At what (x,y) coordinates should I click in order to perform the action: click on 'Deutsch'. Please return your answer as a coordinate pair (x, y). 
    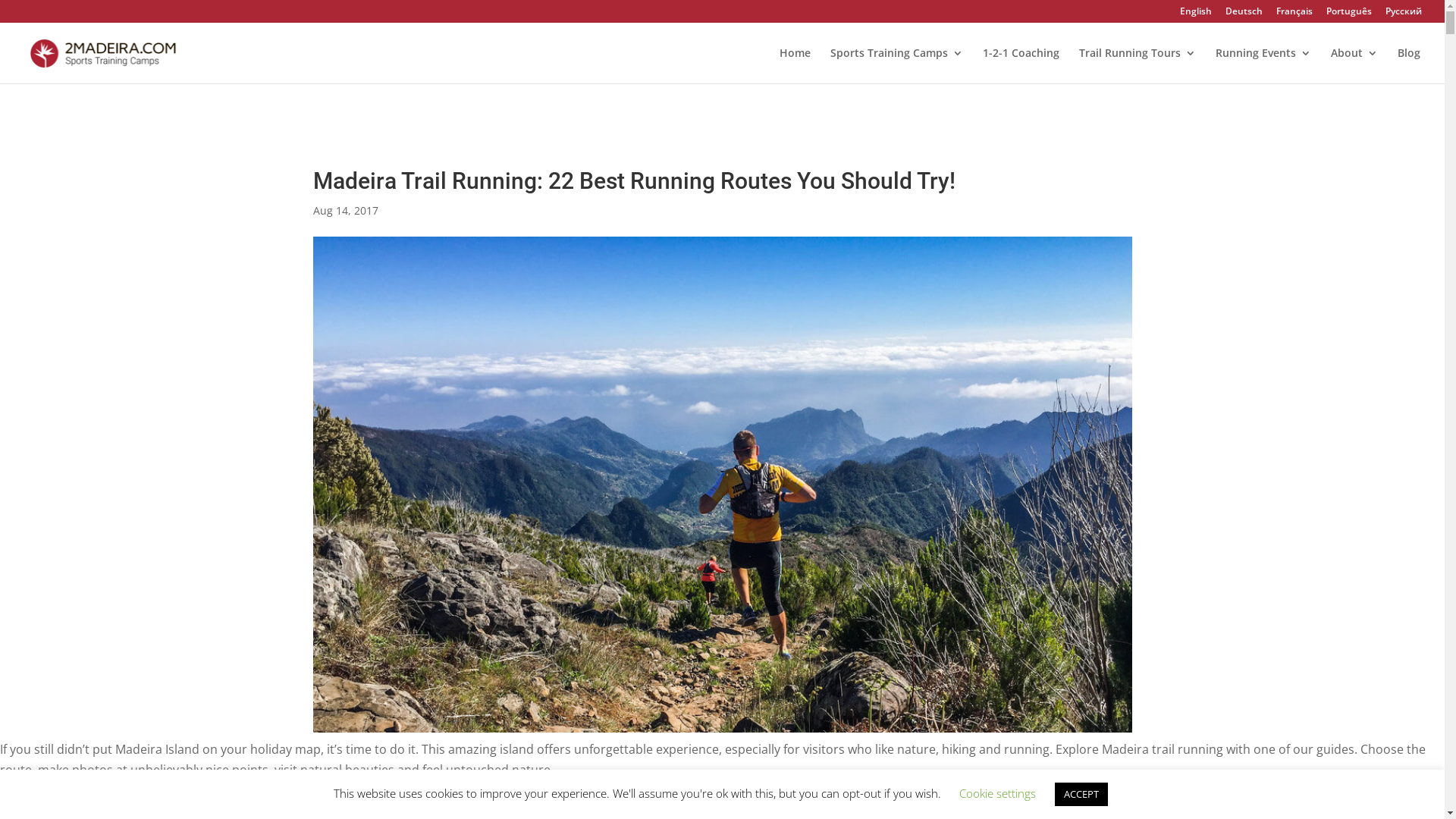
    Looking at the image, I should click on (1244, 14).